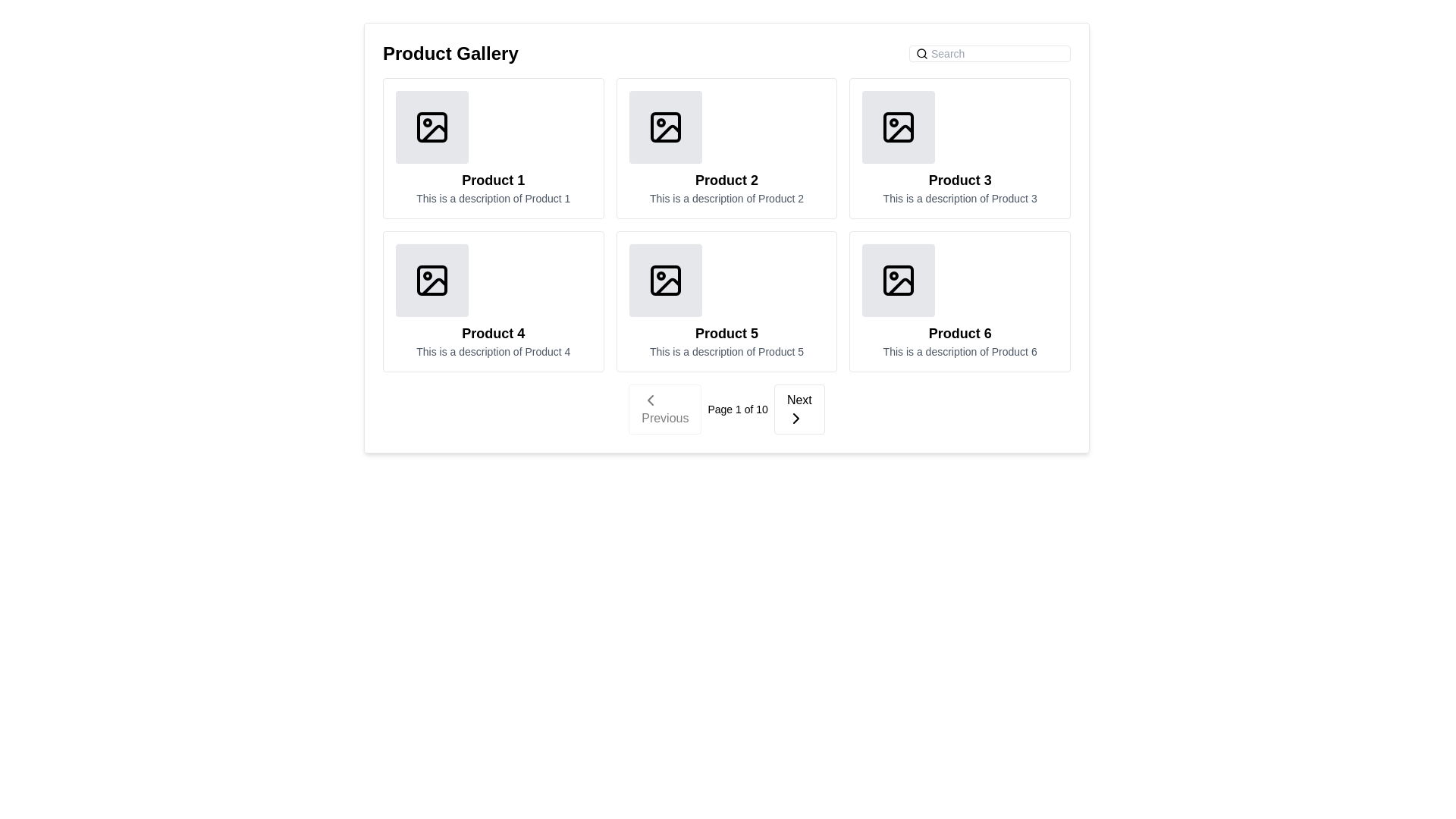 Image resolution: width=1456 pixels, height=819 pixels. Describe the element at coordinates (651, 400) in the screenshot. I see `the backward navigation icon located inside the 'Previous' button at the bottom-left side of the page` at that location.